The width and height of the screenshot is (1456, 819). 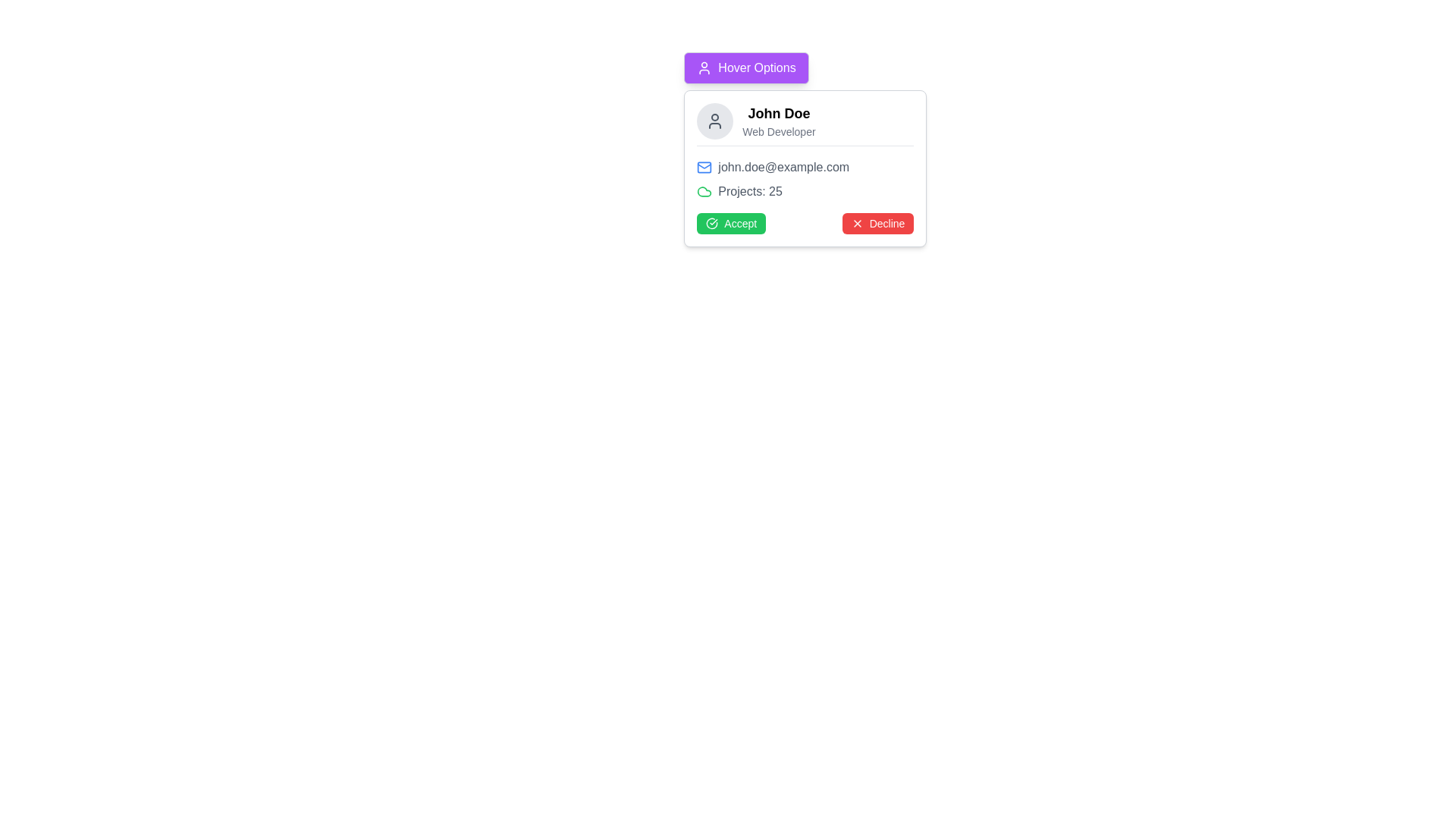 What do you see at coordinates (877, 223) in the screenshot?
I see `the 'Decline' button located to the right of the 'Accept' button in the bottom-right of the modal dialog` at bounding box center [877, 223].